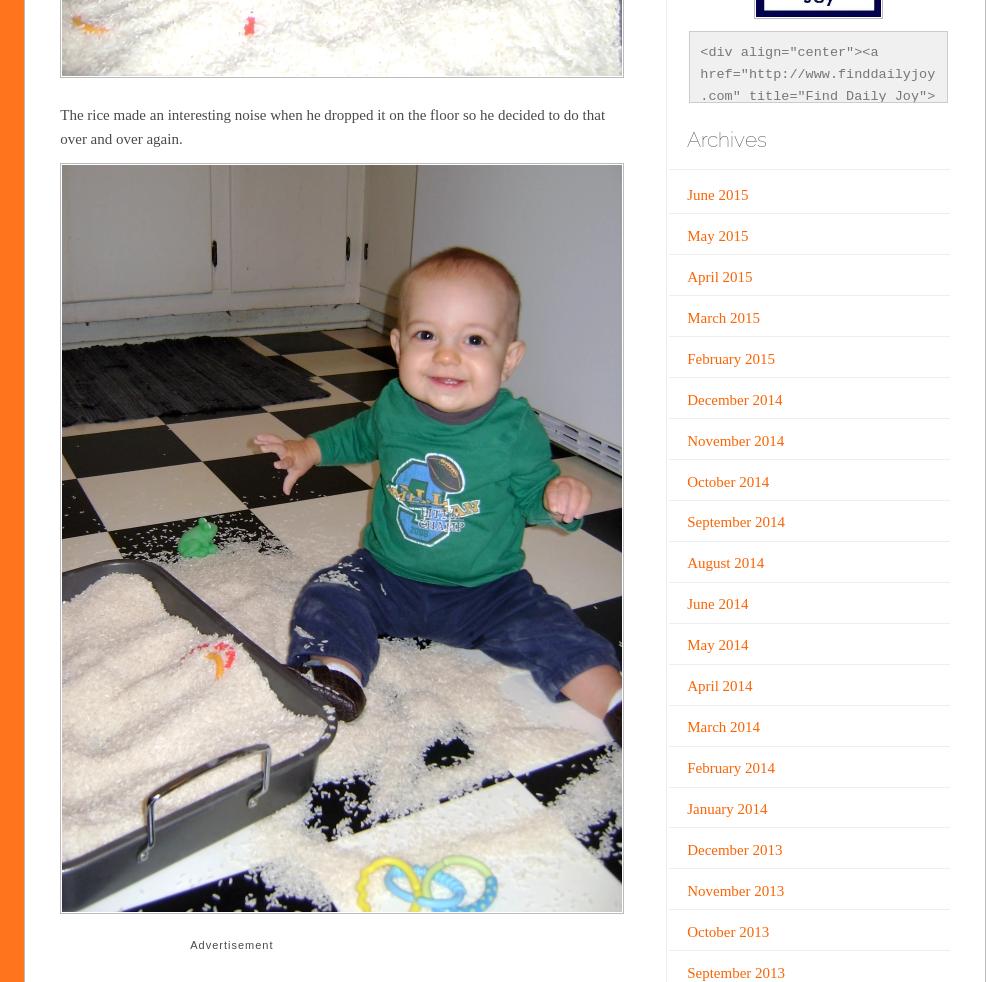 The height and width of the screenshot is (982, 986). What do you see at coordinates (735, 521) in the screenshot?
I see `'September 2014'` at bounding box center [735, 521].